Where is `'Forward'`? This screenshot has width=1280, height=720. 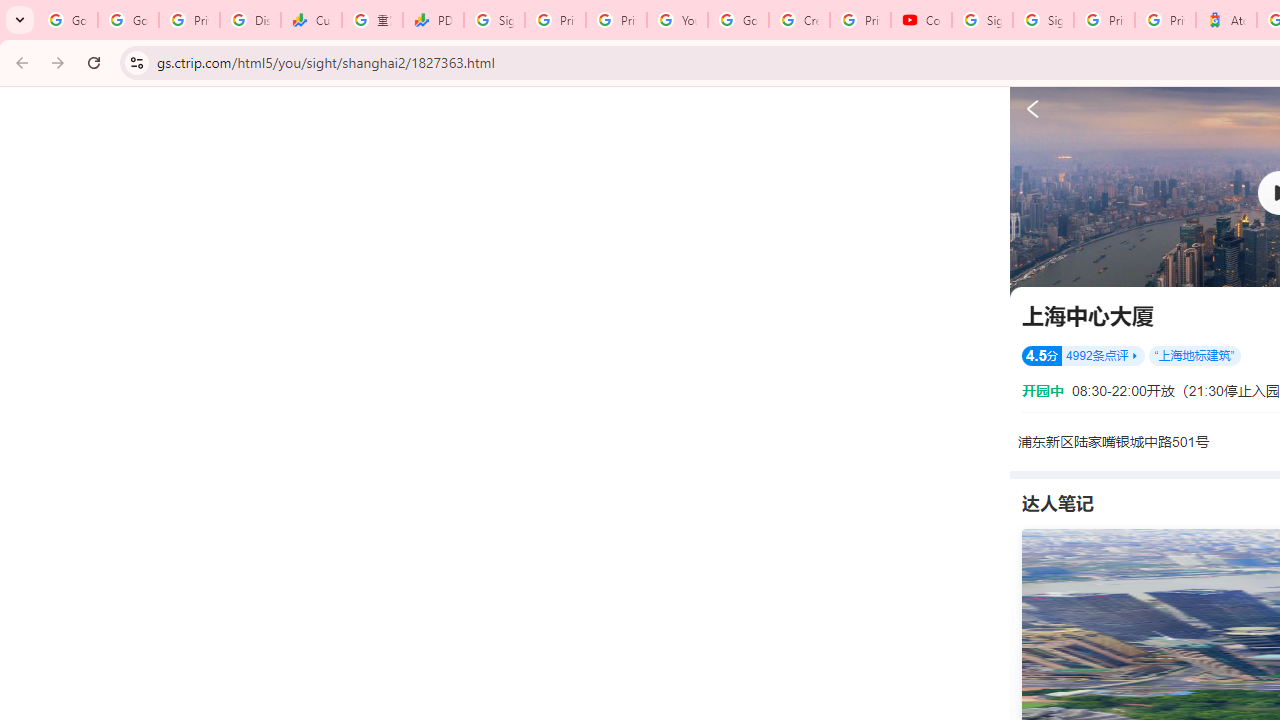 'Forward' is located at coordinates (58, 61).